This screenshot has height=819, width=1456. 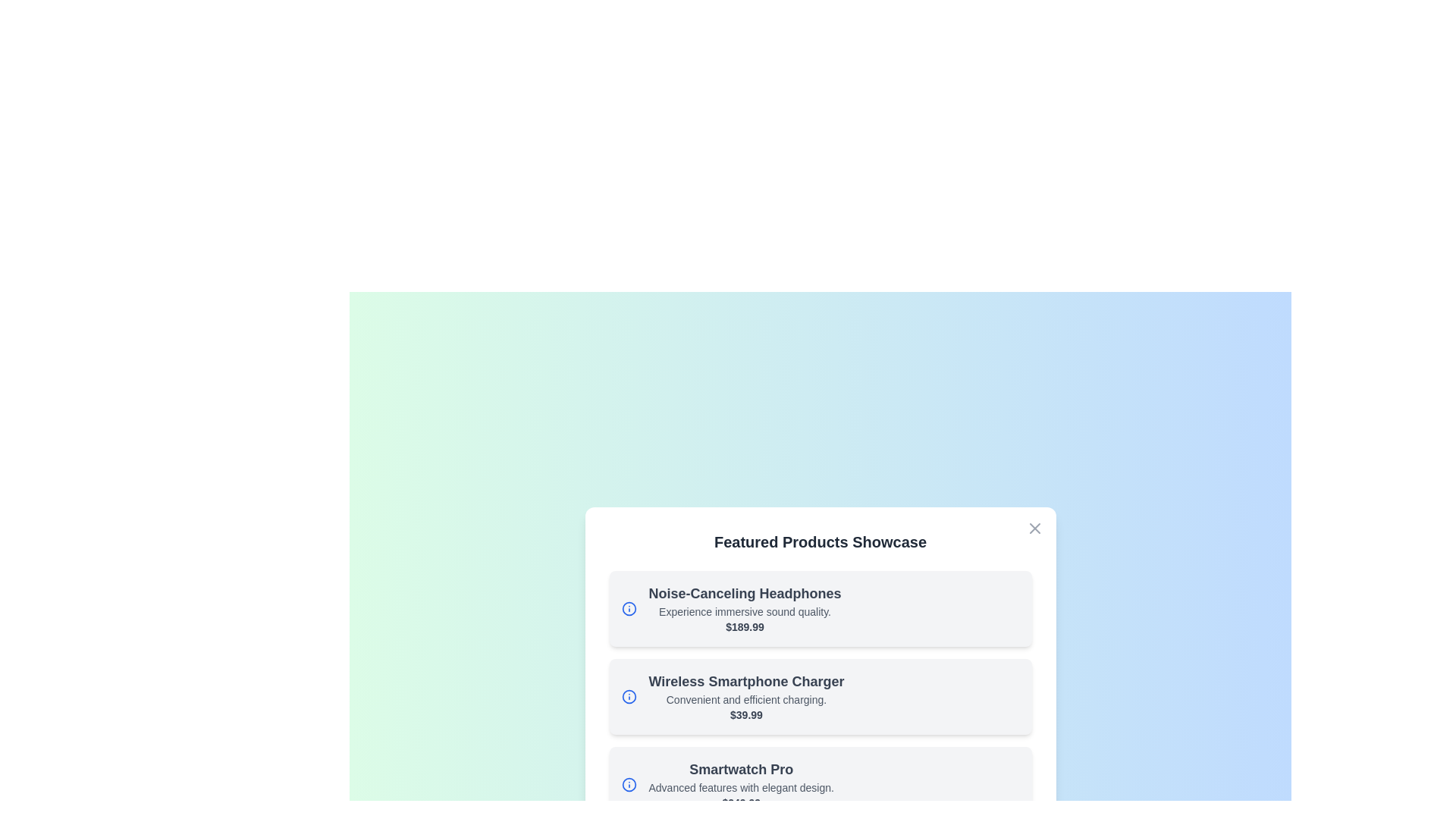 What do you see at coordinates (75, 76) in the screenshot?
I see `the background gradient area to close the dialog` at bounding box center [75, 76].